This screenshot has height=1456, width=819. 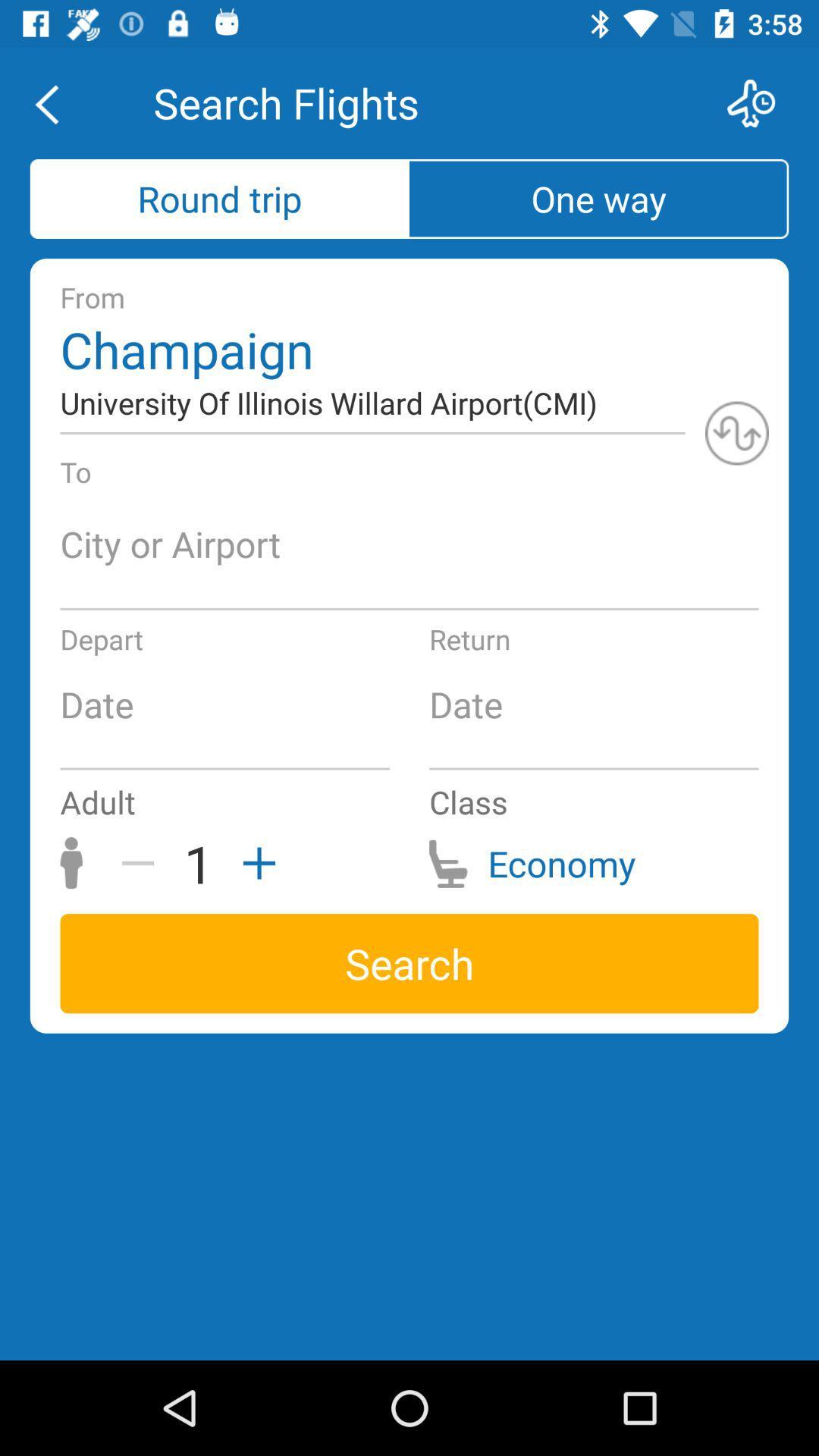 What do you see at coordinates (736, 432) in the screenshot?
I see `item below the champaign icon` at bounding box center [736, 432].